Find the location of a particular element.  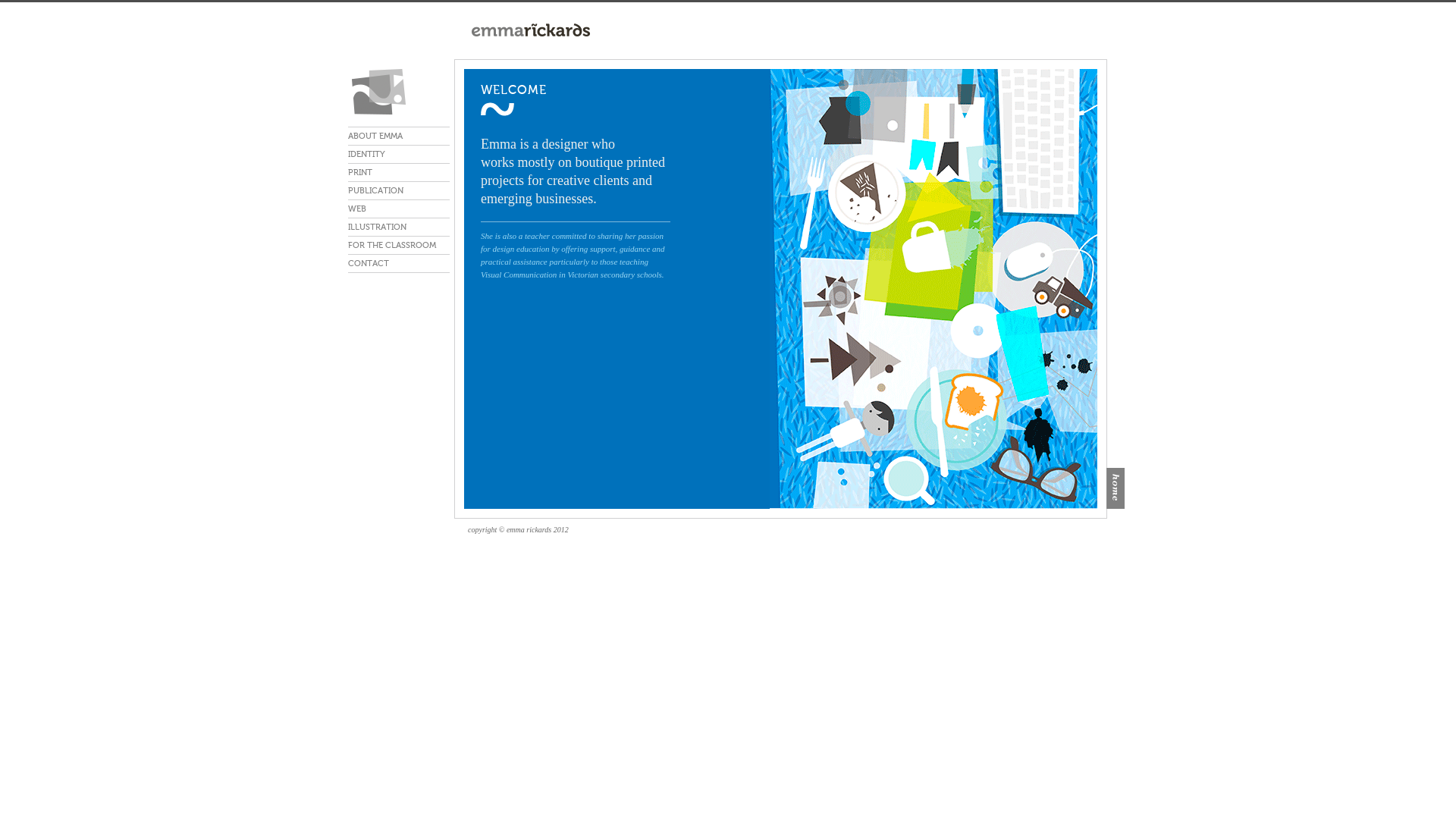

'ABOUT EMMA' is located at coordinates (399, 135).